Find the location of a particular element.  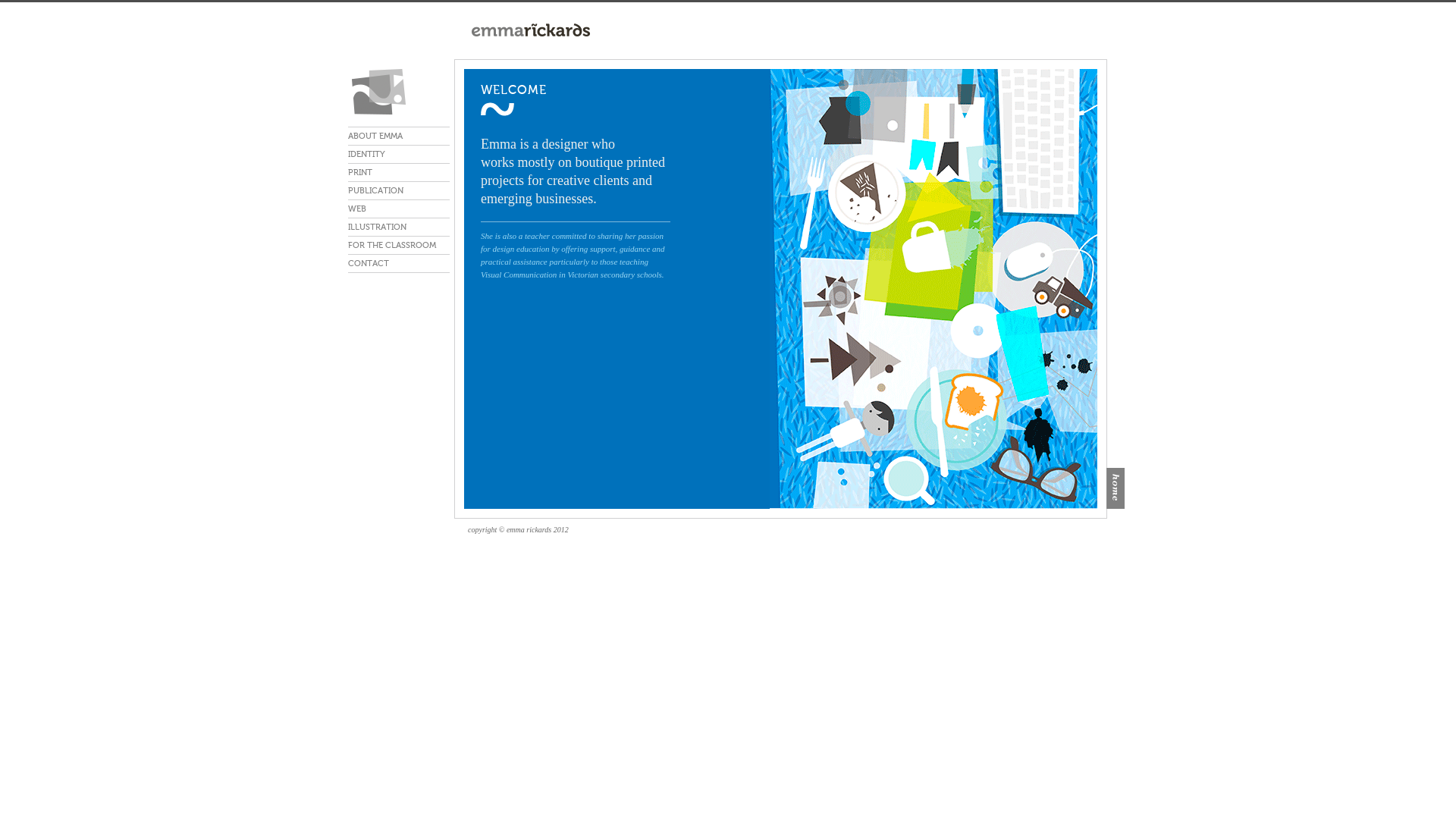

'ABOUT EMMA' is located at coordinates (399, 135).